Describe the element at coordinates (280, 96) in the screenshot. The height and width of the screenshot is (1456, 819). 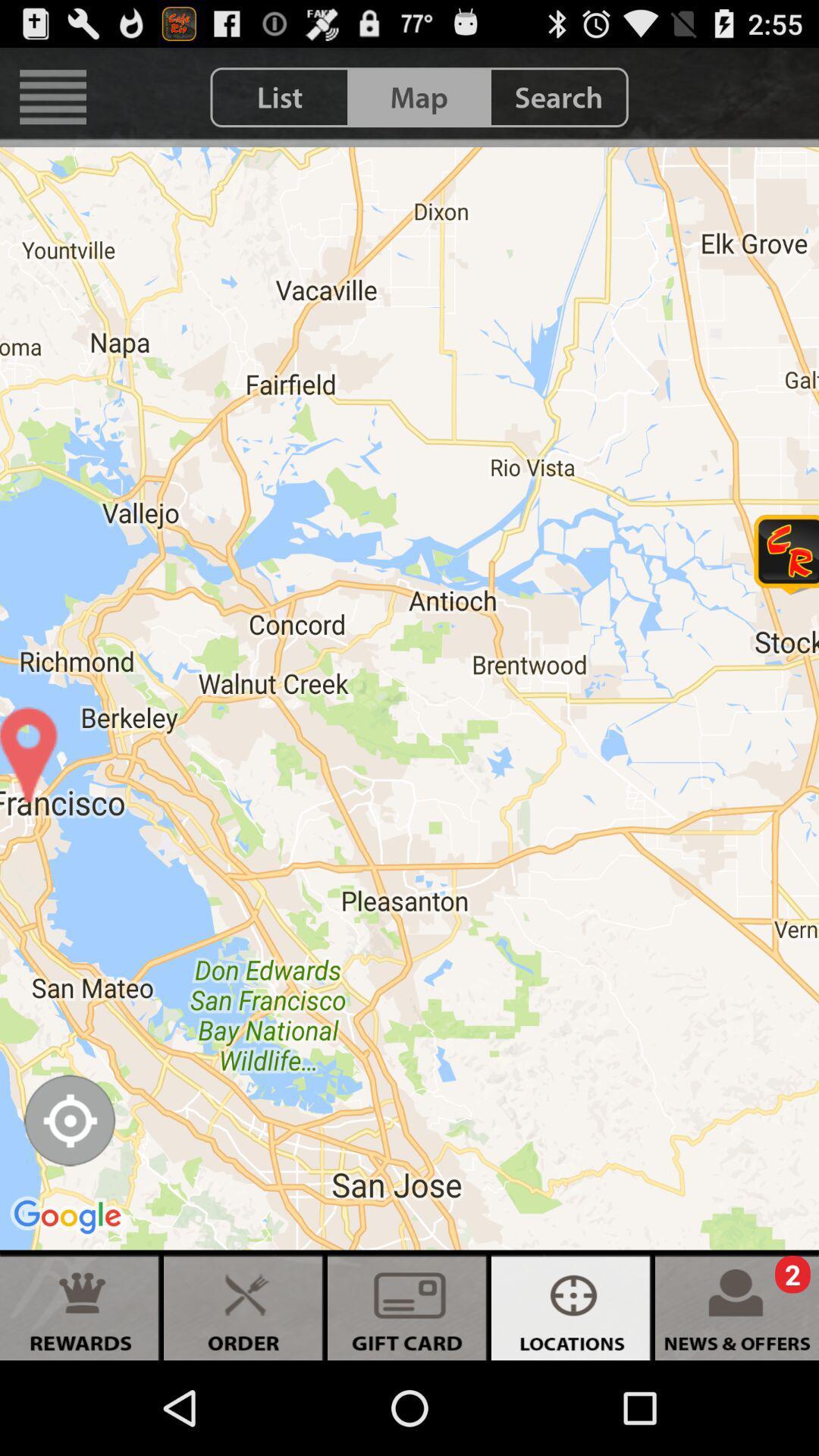
I see `item to the left of map` at that location.